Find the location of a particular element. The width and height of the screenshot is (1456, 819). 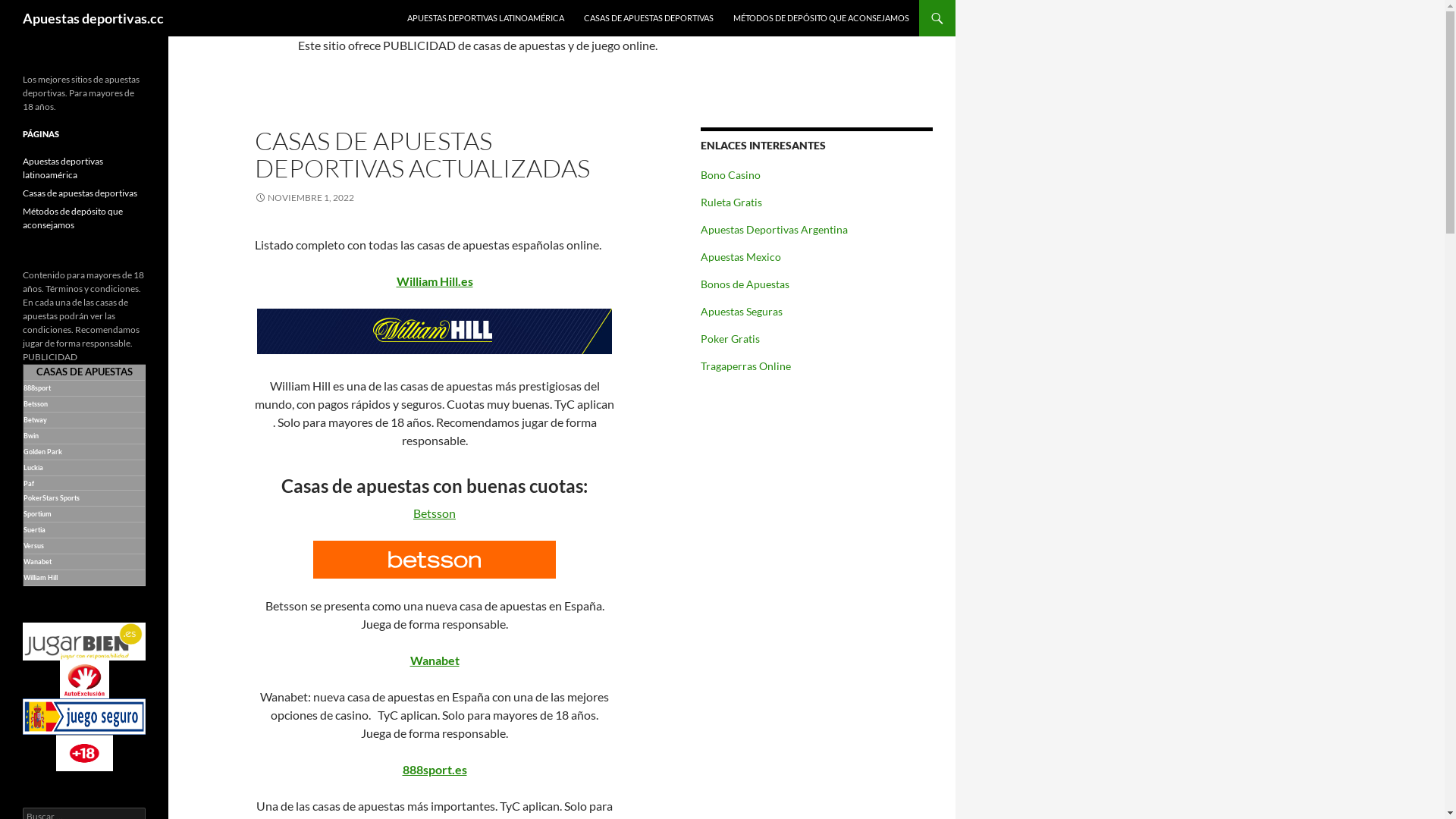

'CASAS DE APUESTAS DEPORTIVAS' is located at coordinates (648, 17).